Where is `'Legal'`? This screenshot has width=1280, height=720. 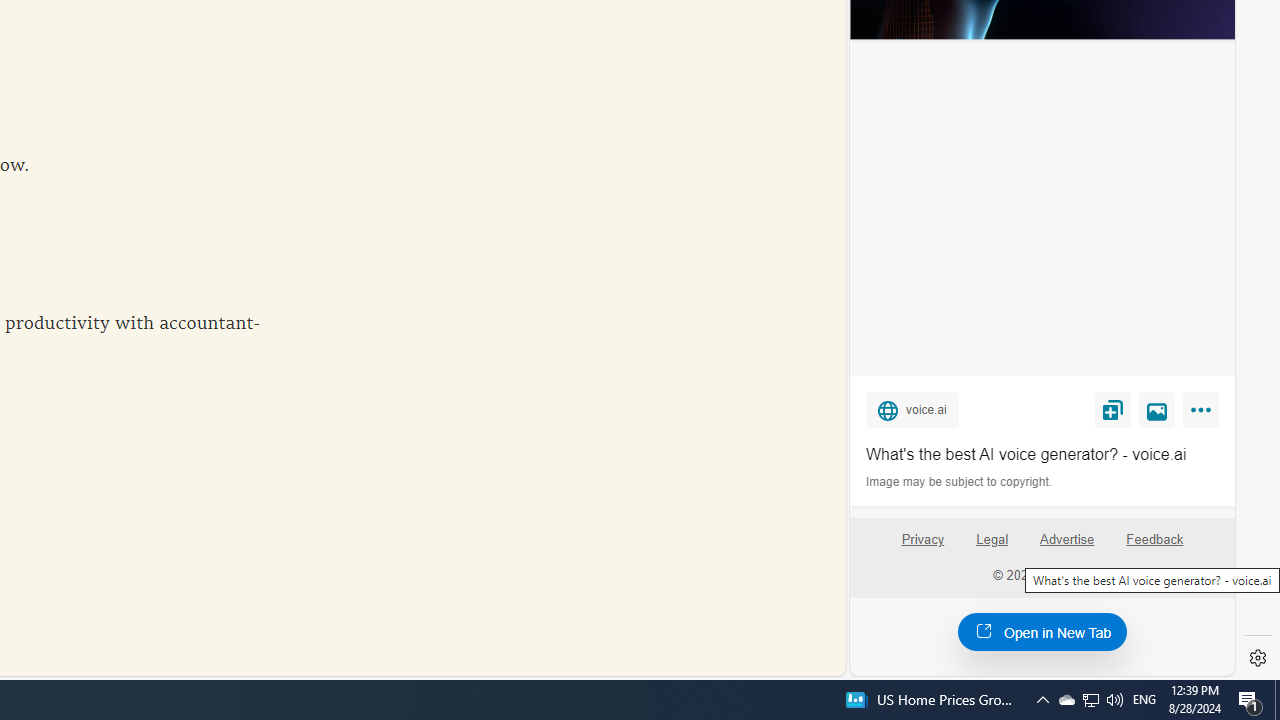 'Legal' is located at coordinates (992, 538).